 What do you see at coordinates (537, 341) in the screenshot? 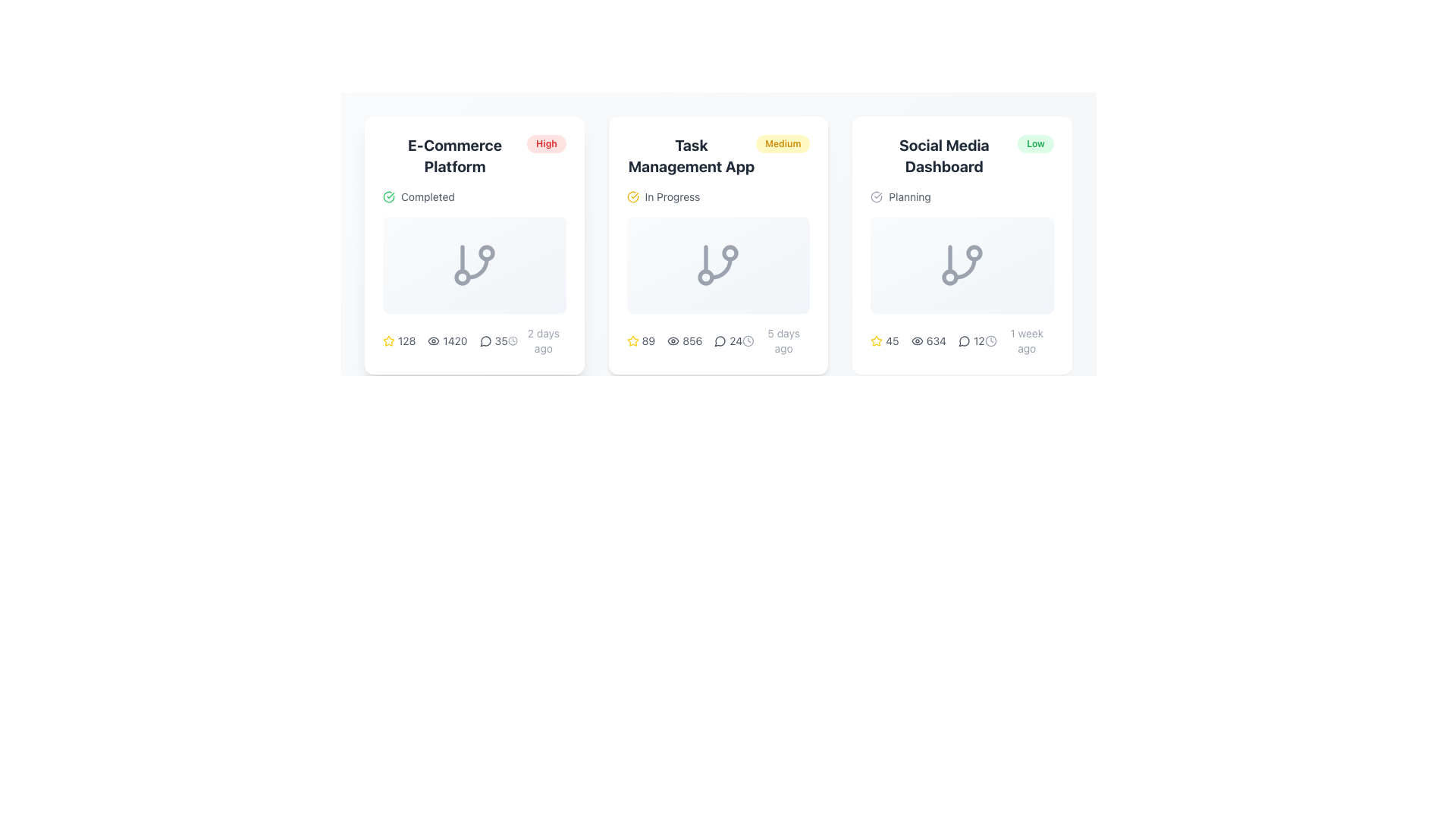
I see `the timestamp indicator displaying '2 days ago' with a clock icon, located in the bottom-right corner of the 'E-Commerce Platform' card` at bounding box center [537, 341].